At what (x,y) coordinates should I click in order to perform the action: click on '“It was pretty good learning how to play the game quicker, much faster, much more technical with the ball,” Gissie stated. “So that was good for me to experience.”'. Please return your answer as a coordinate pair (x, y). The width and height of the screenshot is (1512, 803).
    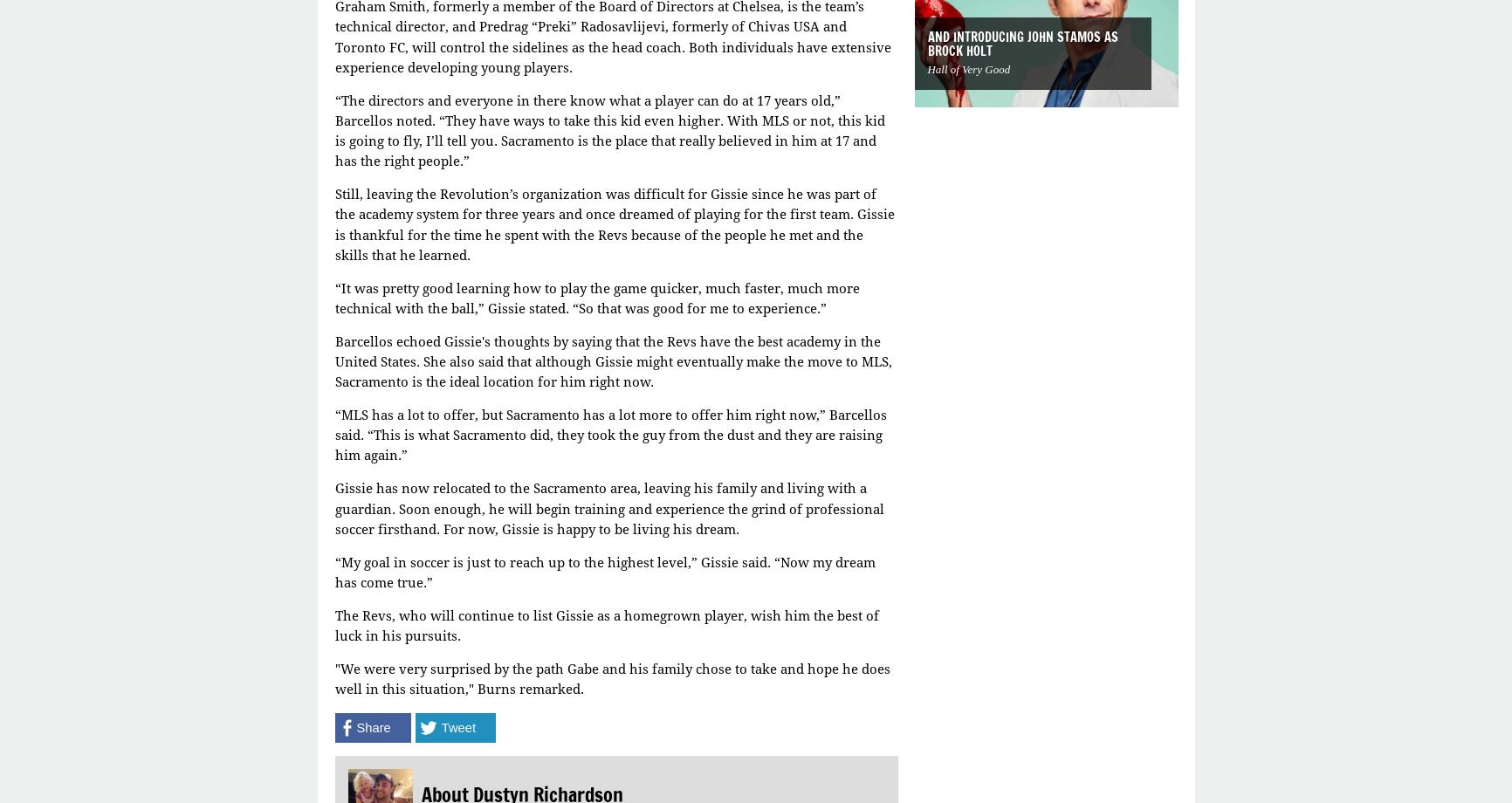
    Looking at the image, I should click on (595, 298).